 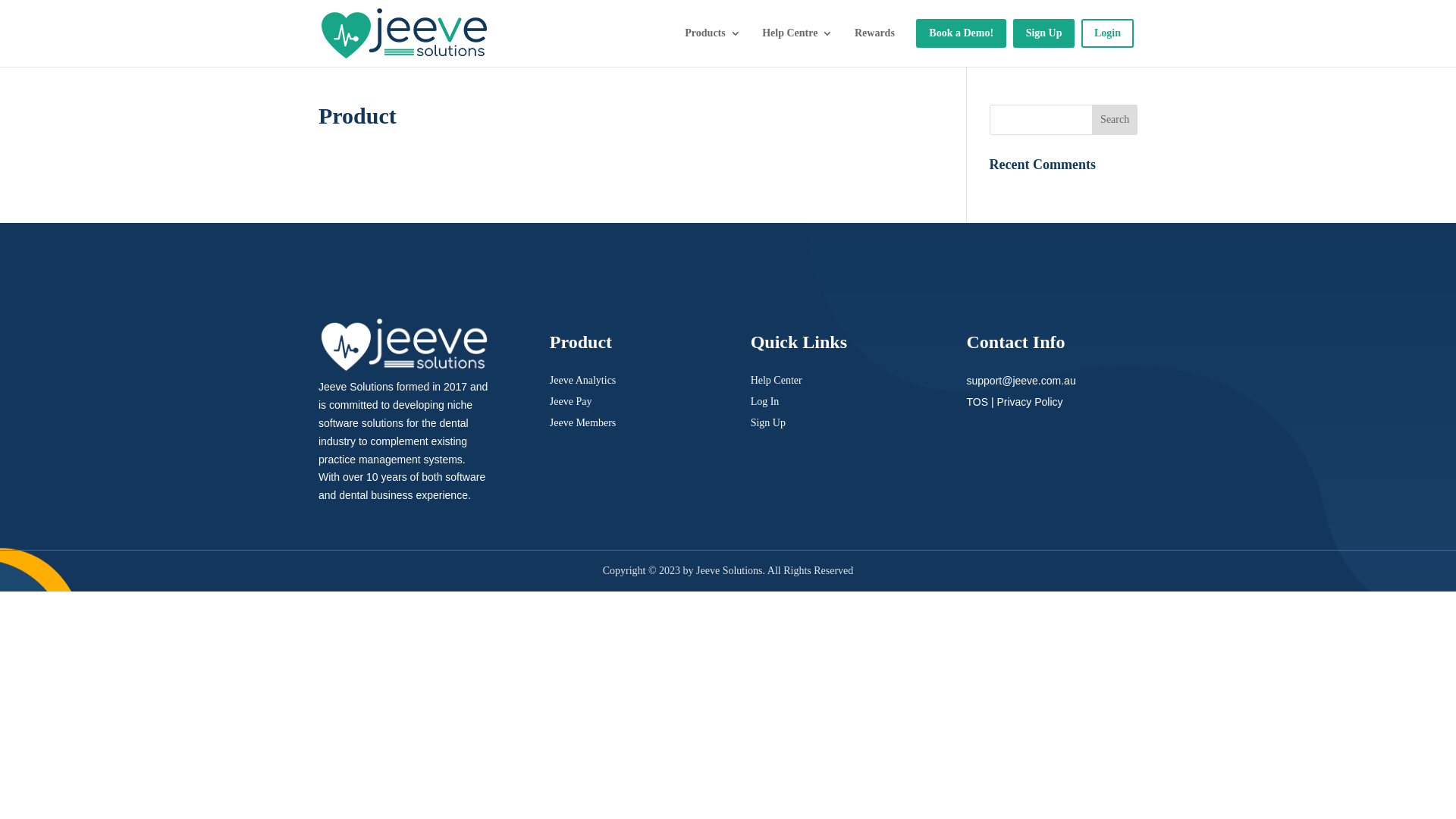 What do you see at coordinates (874, 33) in the screenshot?
I see `'Rewards'` at bounding box center [874, 33].